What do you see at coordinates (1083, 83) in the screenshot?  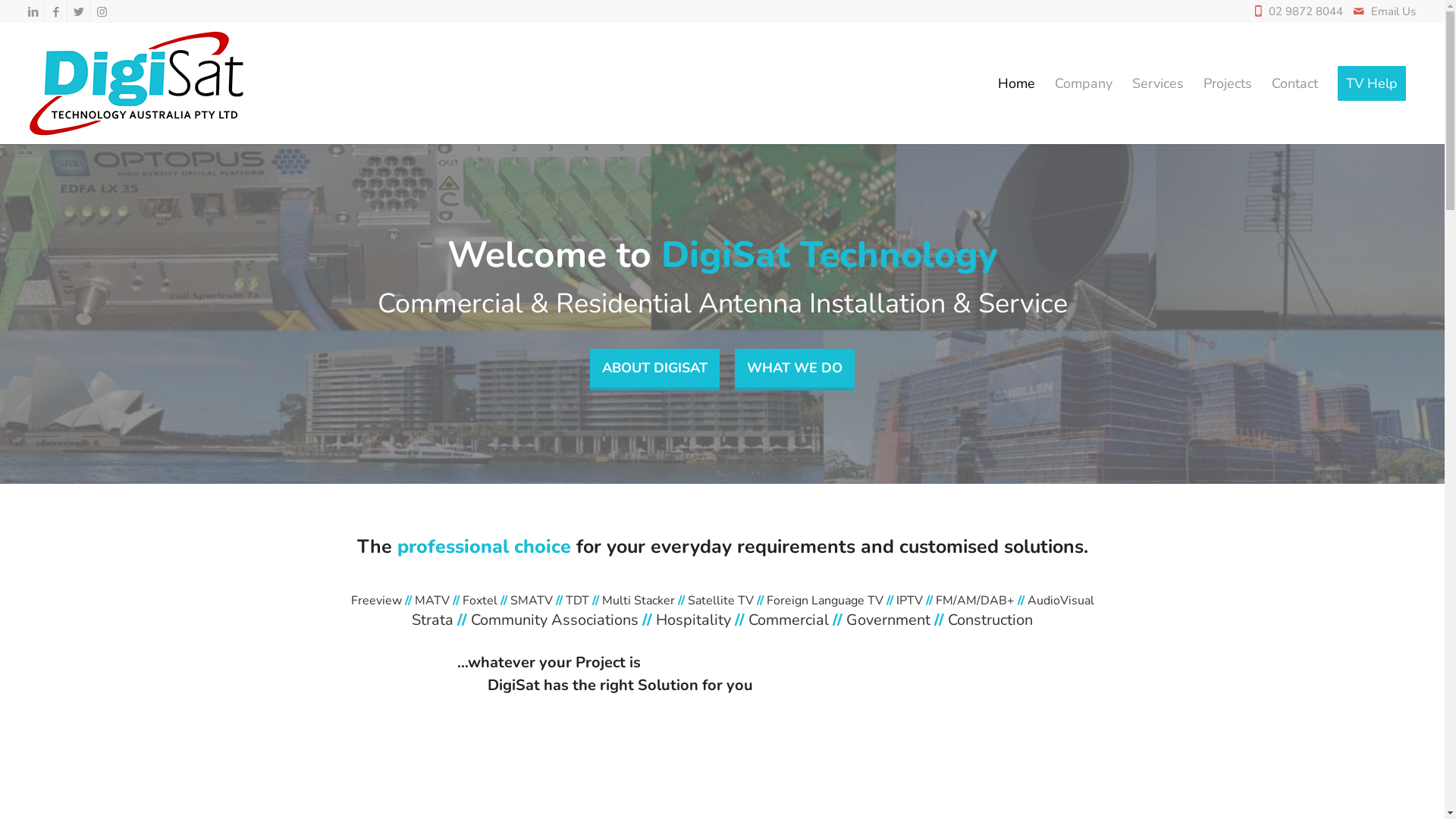 I see `'Company'` at bounding box center [1083, 83].